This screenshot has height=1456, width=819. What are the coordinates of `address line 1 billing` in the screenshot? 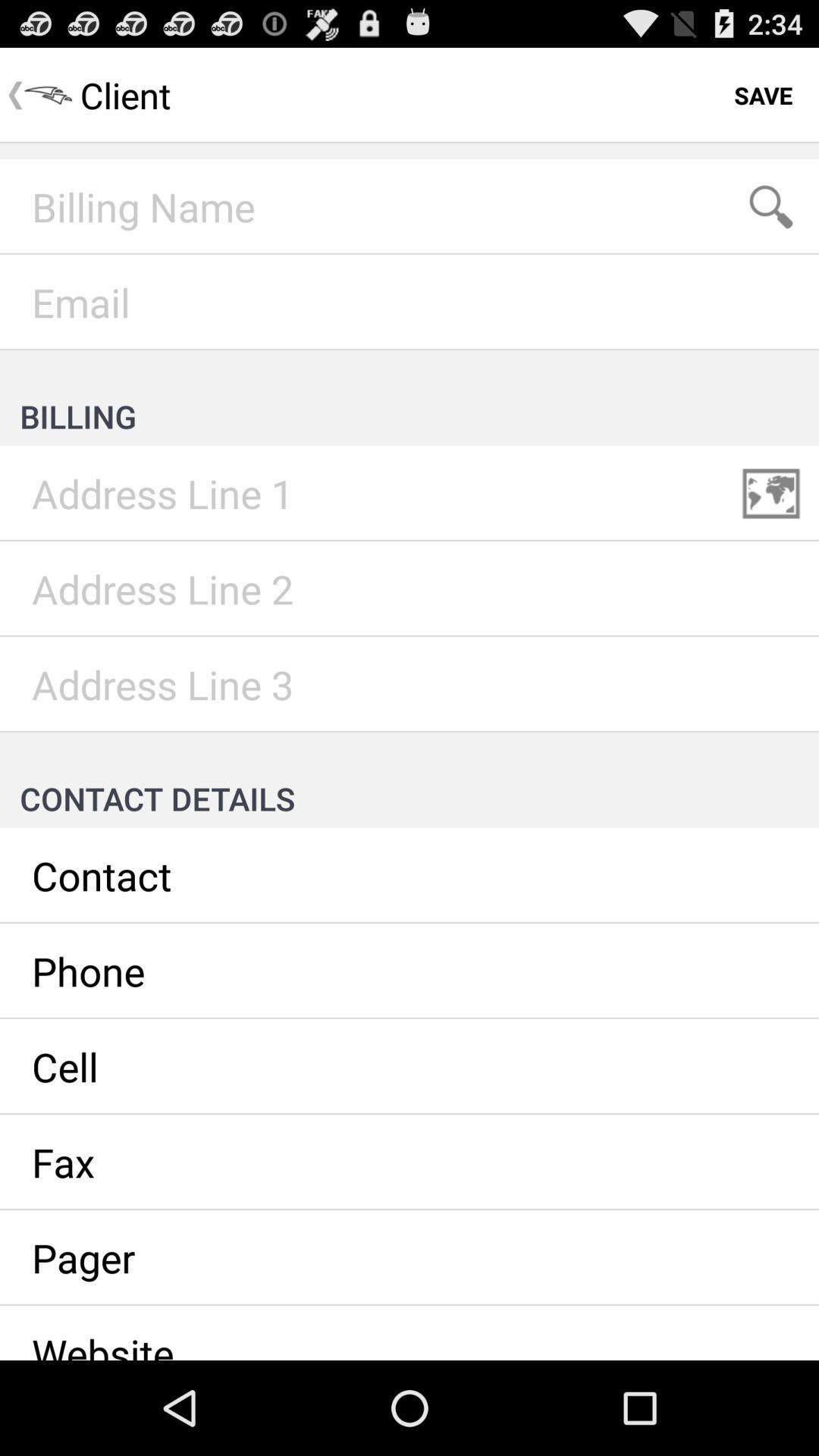 It's located at (409, 494).